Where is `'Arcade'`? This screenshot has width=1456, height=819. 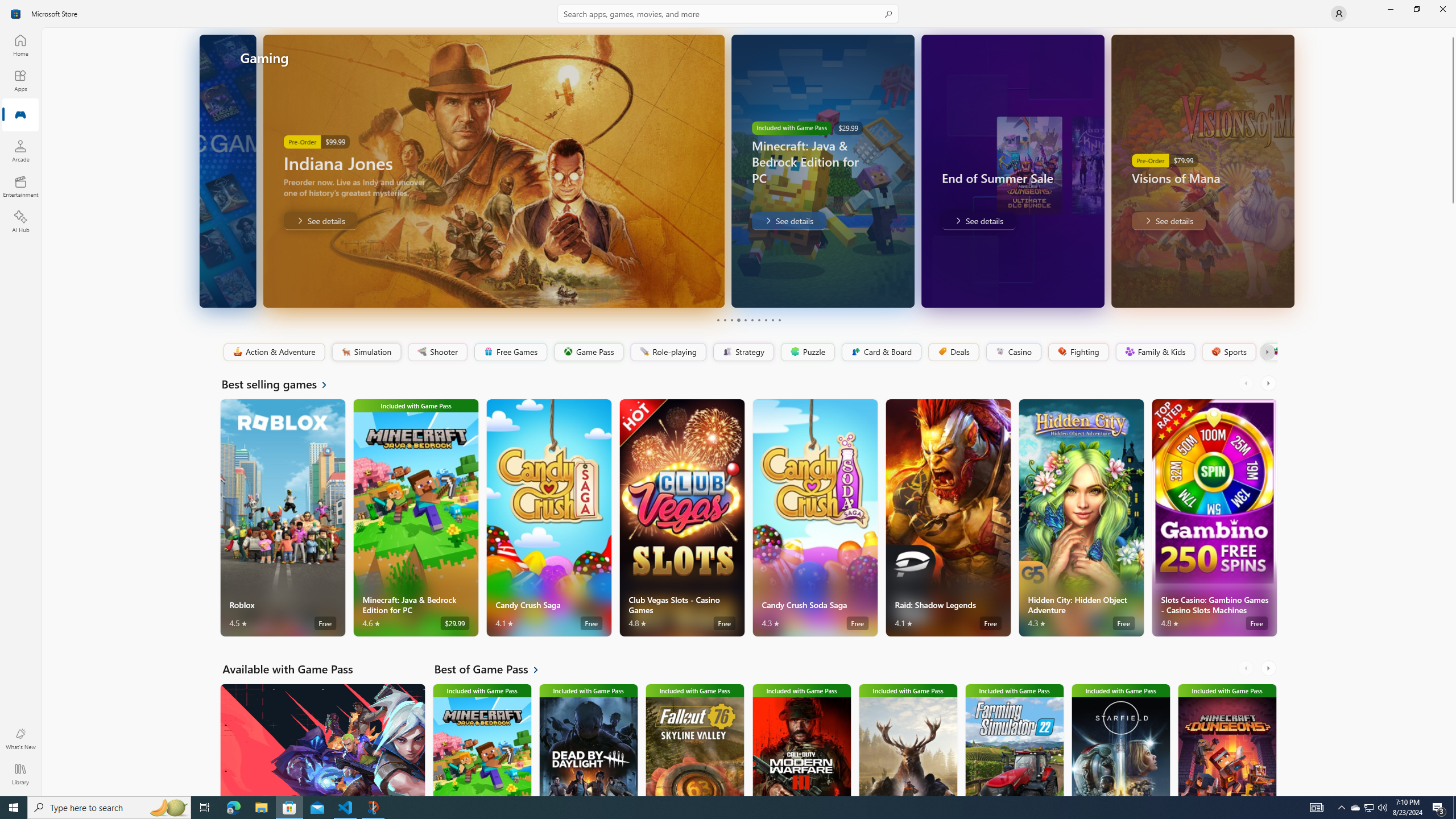 'Arcade' is located at coordinates (19, 150).